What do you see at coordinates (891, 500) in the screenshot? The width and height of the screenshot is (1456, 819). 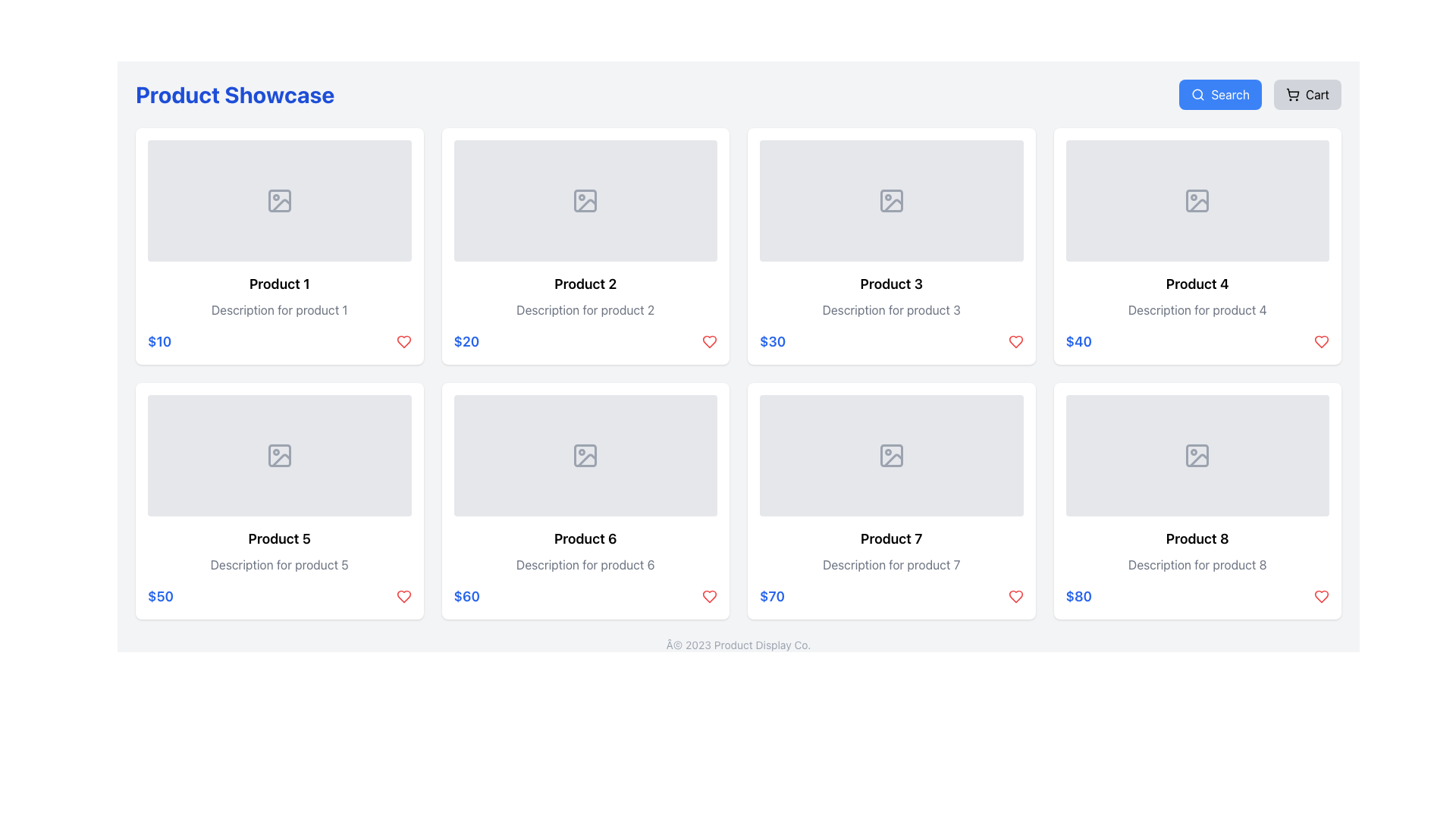 I see `the product detail card located` at bounding box center [891, 500].